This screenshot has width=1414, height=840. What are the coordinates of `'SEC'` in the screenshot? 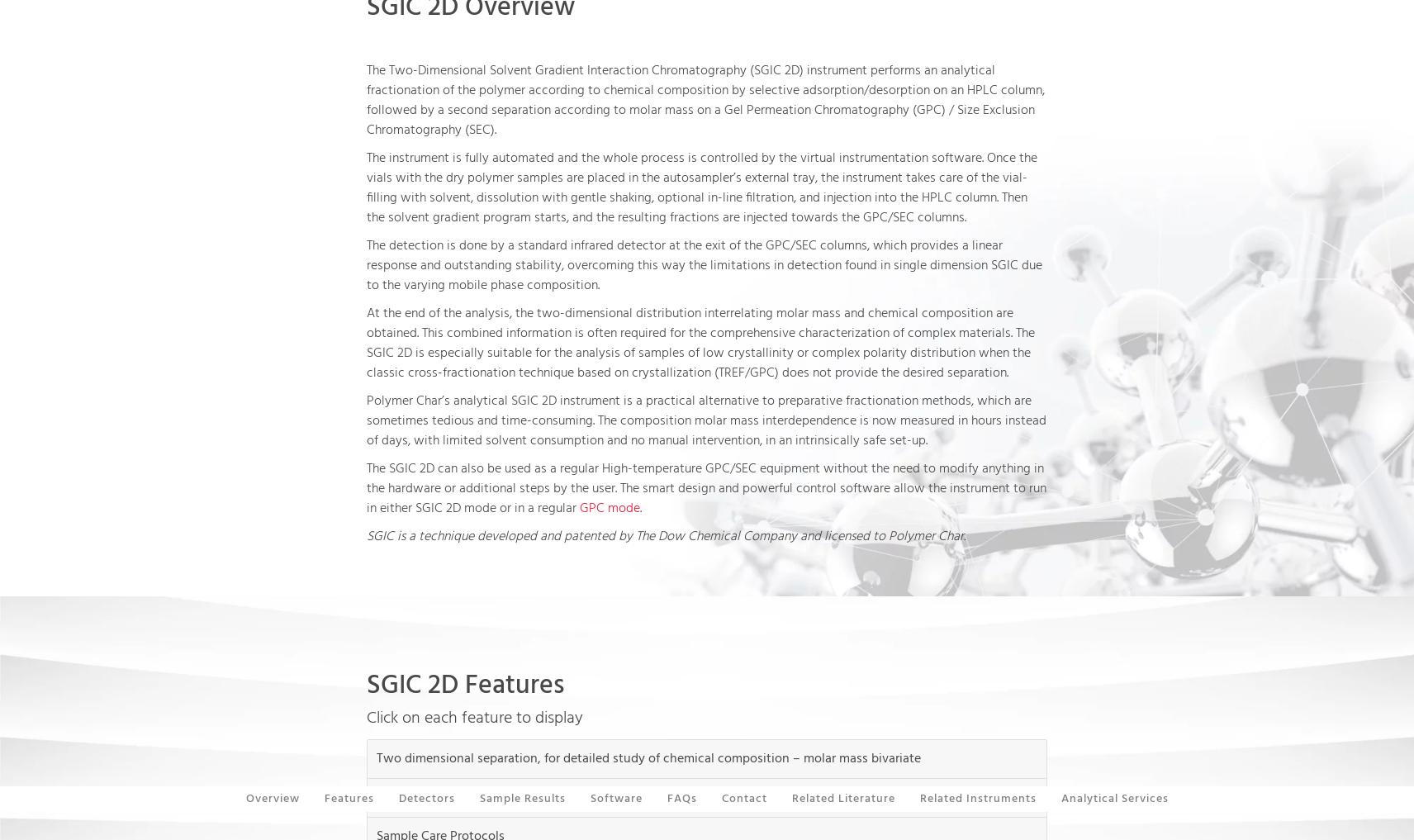 It's located at (468, 130).